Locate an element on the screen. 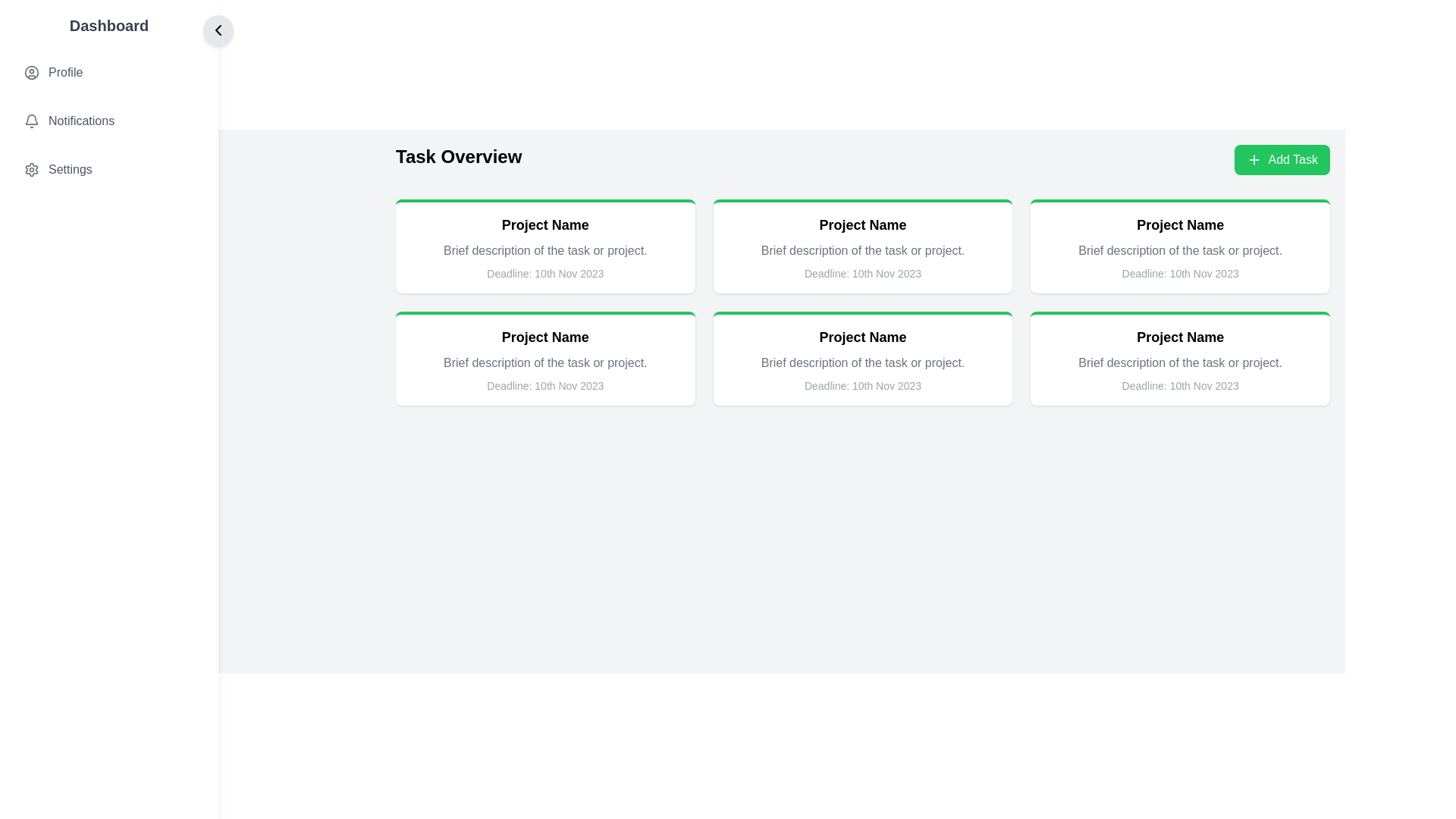  text label that says 'Dashboard' which is styled in bold, extra-large dark gray font, located at the top of the vertical sidebar is located at coordinates (108, 26).